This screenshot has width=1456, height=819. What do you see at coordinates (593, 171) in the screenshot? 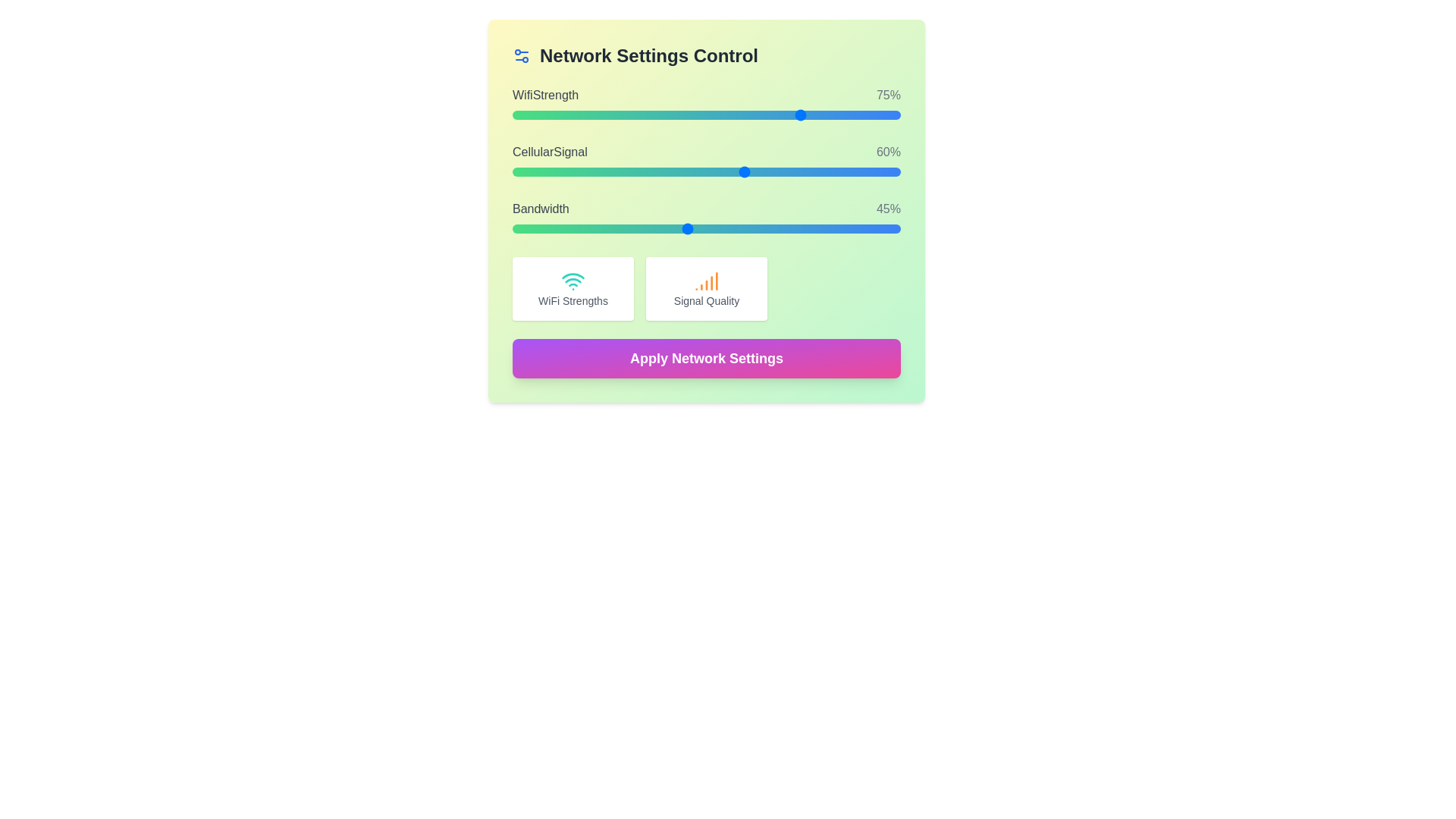
I see `the Cellular Signal slider` at bounding box center [593, 171].